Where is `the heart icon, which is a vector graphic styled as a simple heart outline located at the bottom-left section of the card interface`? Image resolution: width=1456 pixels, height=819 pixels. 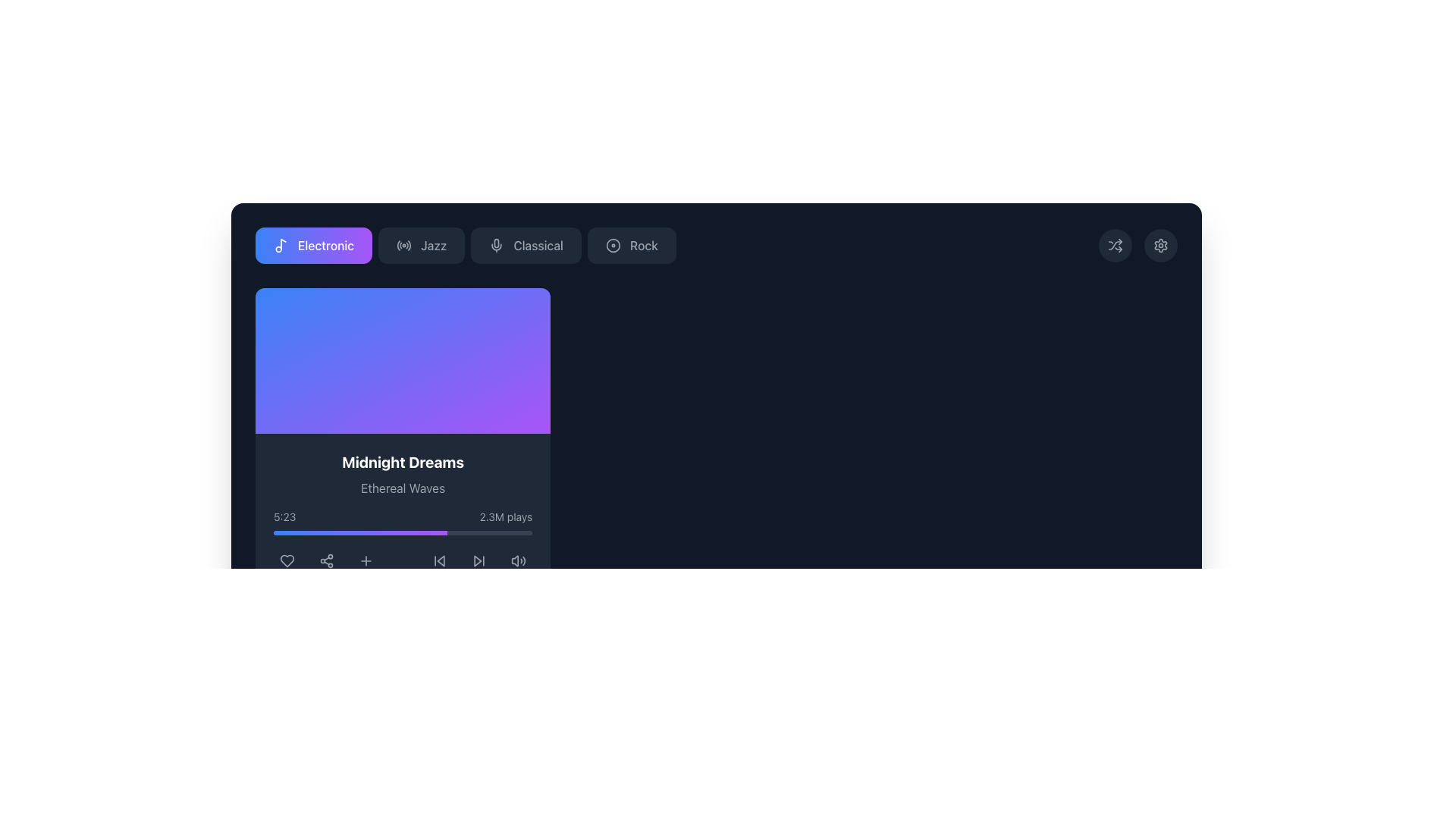 the heart icon, which is a vector graphic styled as a simple heart outline located at the bottom-left section of the card interface is located at coordinates (287, 561).